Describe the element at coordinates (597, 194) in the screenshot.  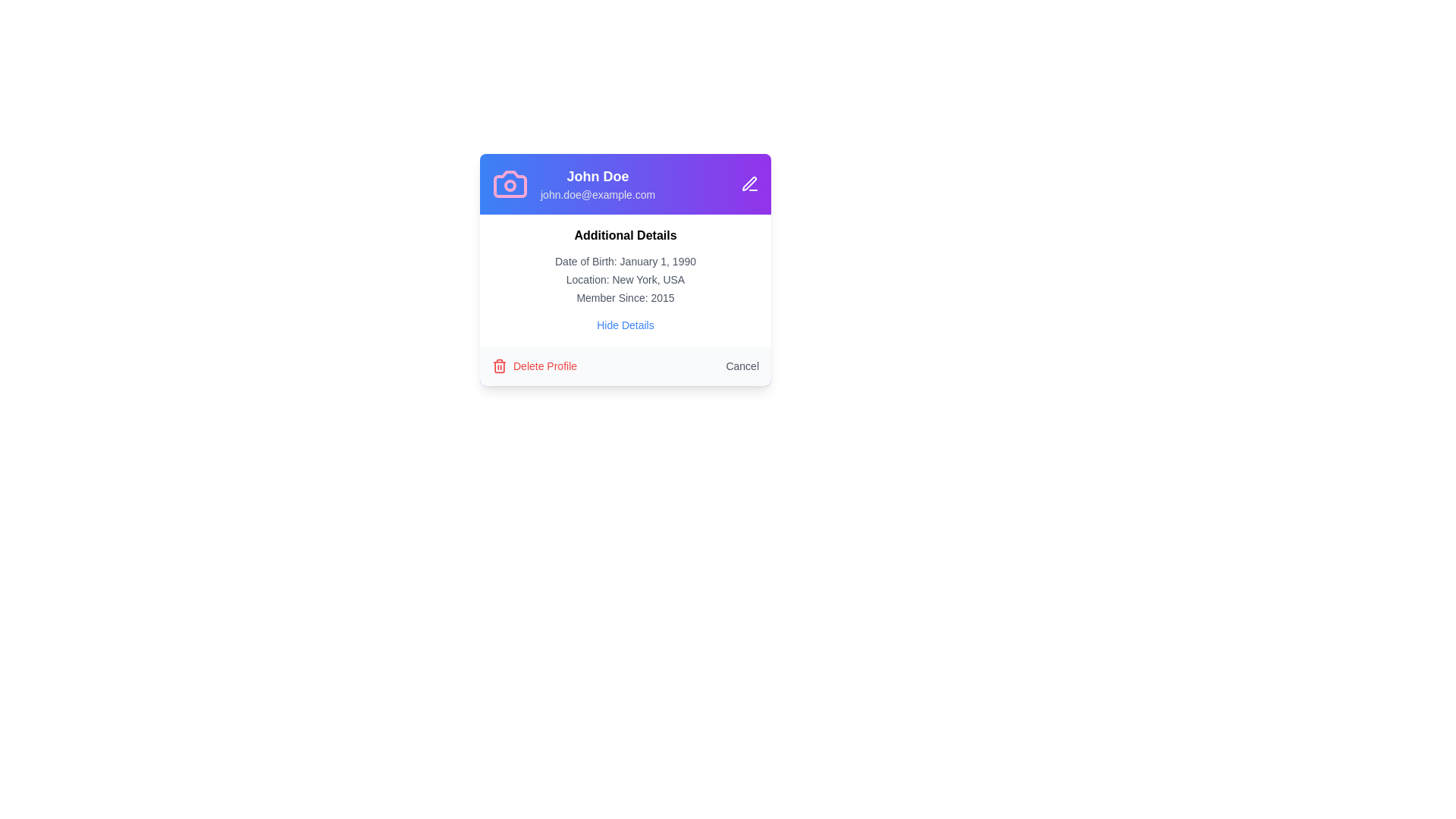
I see `email address displayed in the text label element located below the username 'John Doe' in the profile card interface` at that location.